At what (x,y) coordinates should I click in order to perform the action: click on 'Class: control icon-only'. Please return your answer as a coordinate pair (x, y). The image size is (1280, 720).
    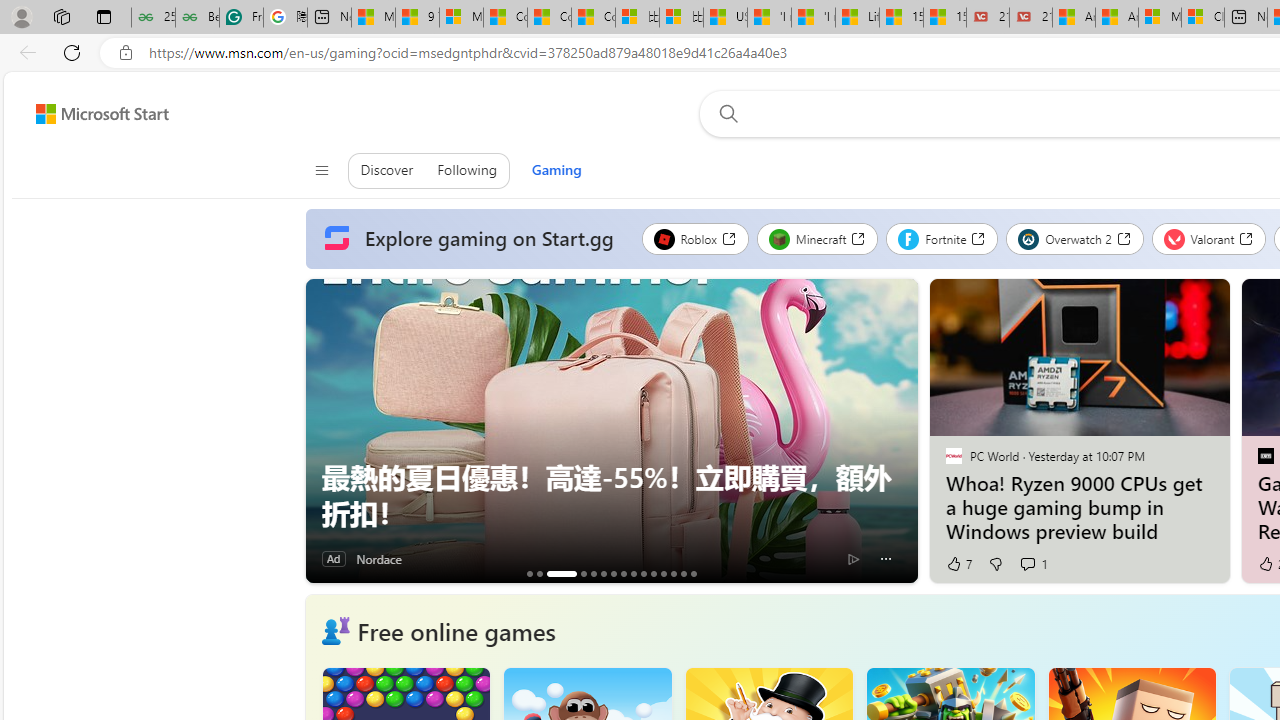
    Looking at the image, I should click on (321, 170).